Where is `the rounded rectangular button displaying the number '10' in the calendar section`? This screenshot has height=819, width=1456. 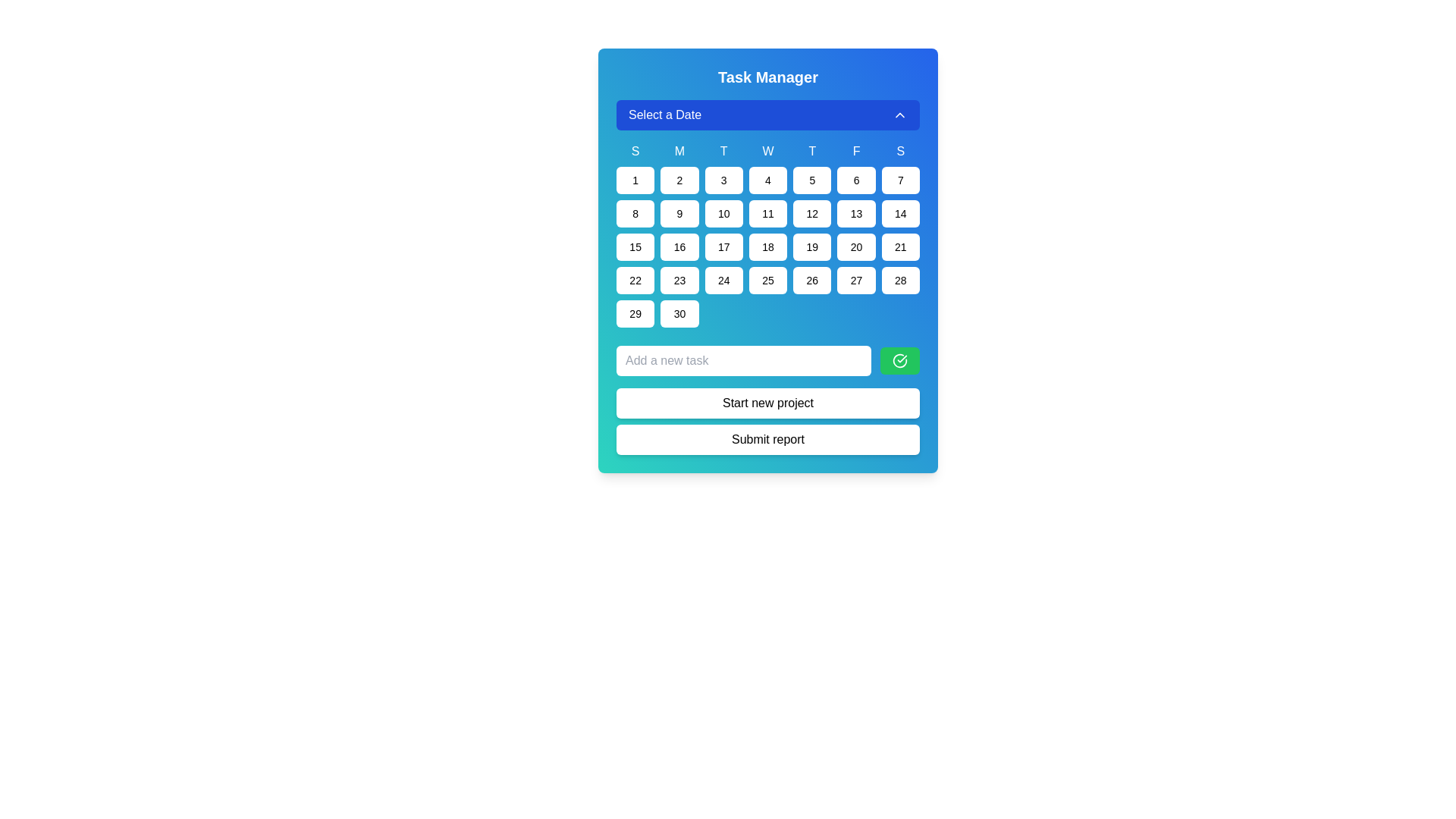 the rounded rectangular button displaying the number '10' in the calendar section is located at coordinates (723, 213).